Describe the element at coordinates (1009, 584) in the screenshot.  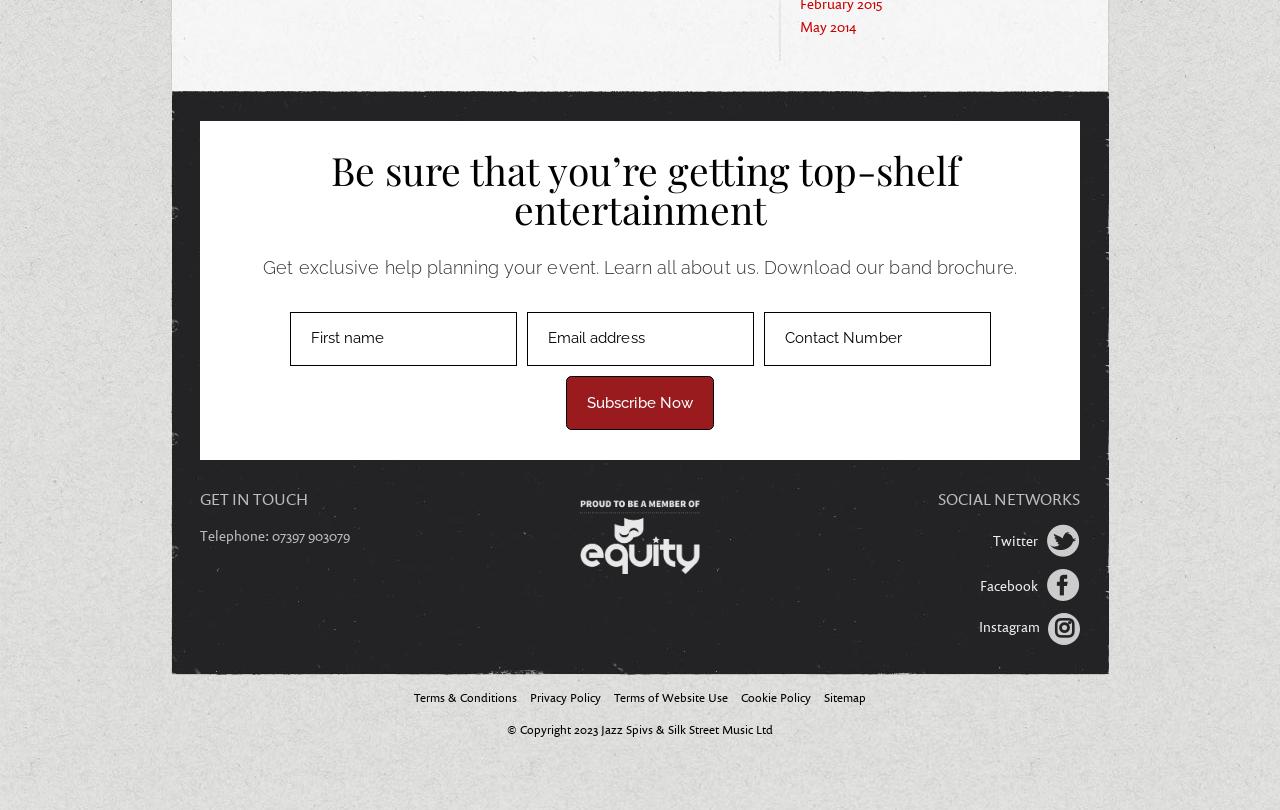
I see `'Facebook'` at that location.